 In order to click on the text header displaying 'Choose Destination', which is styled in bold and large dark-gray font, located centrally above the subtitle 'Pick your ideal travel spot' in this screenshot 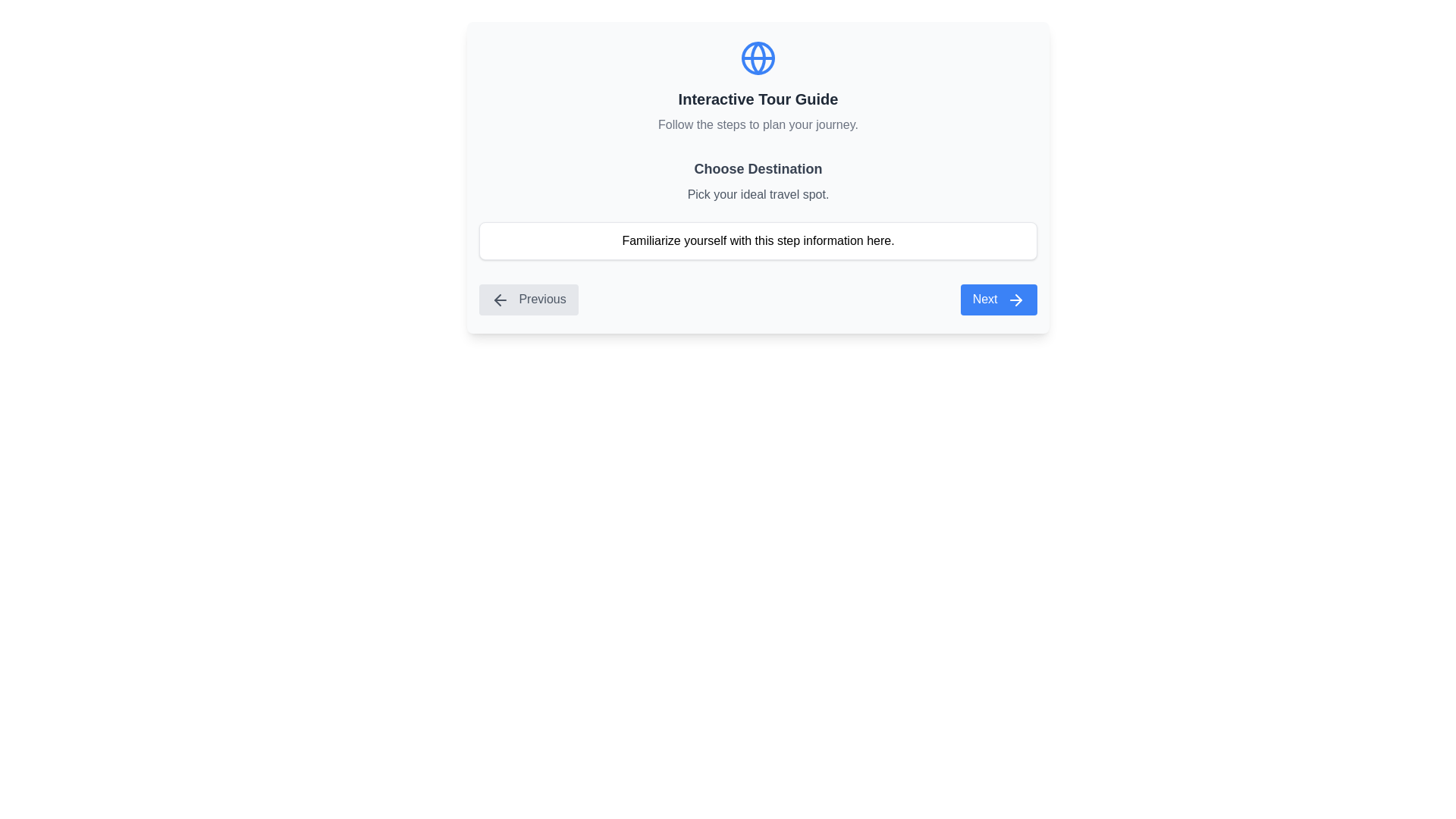, I will do `click(758, 169)`.